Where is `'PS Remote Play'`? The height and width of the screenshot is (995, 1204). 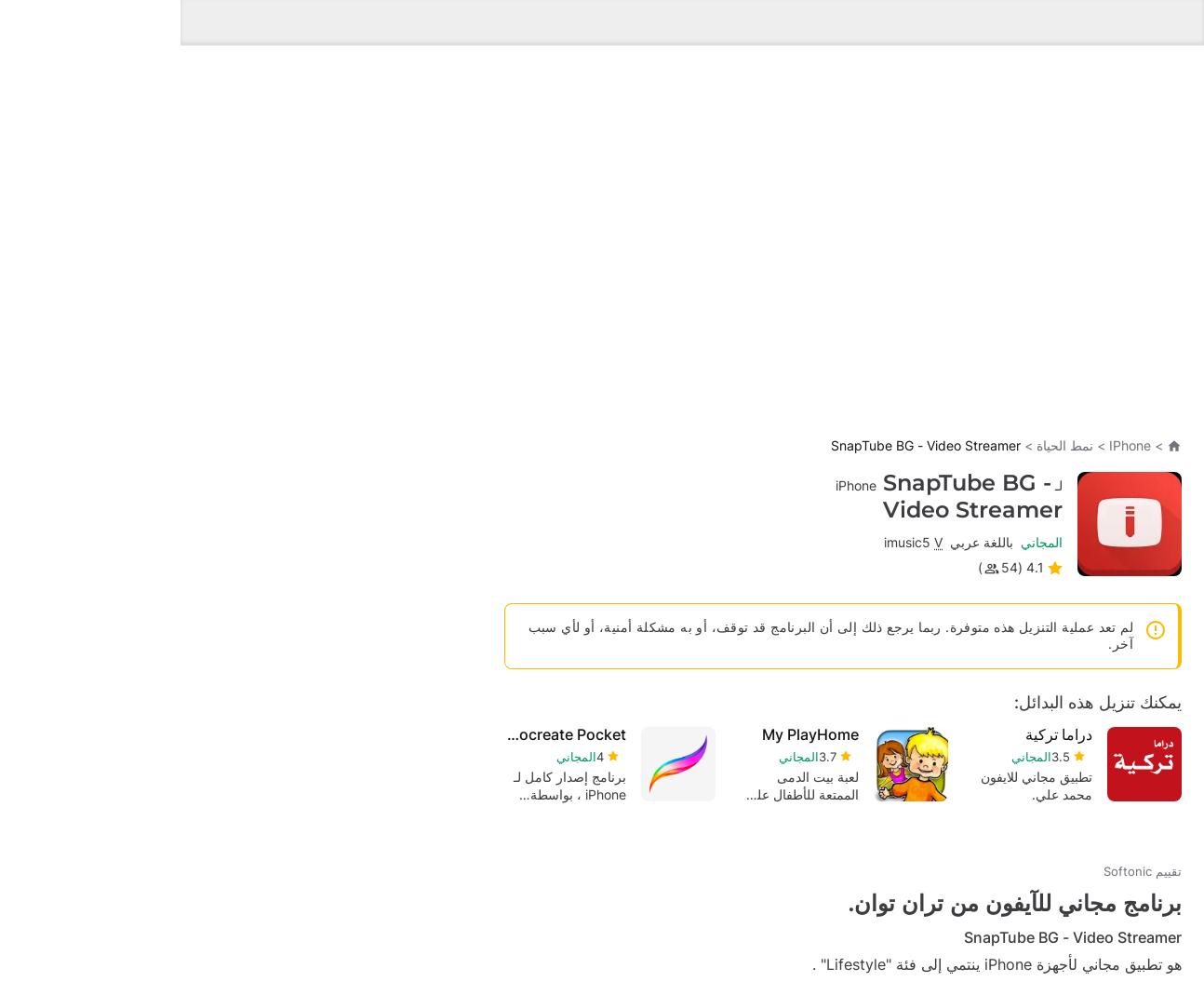
'PS Remote Play' is located at coordinates (569, 772).